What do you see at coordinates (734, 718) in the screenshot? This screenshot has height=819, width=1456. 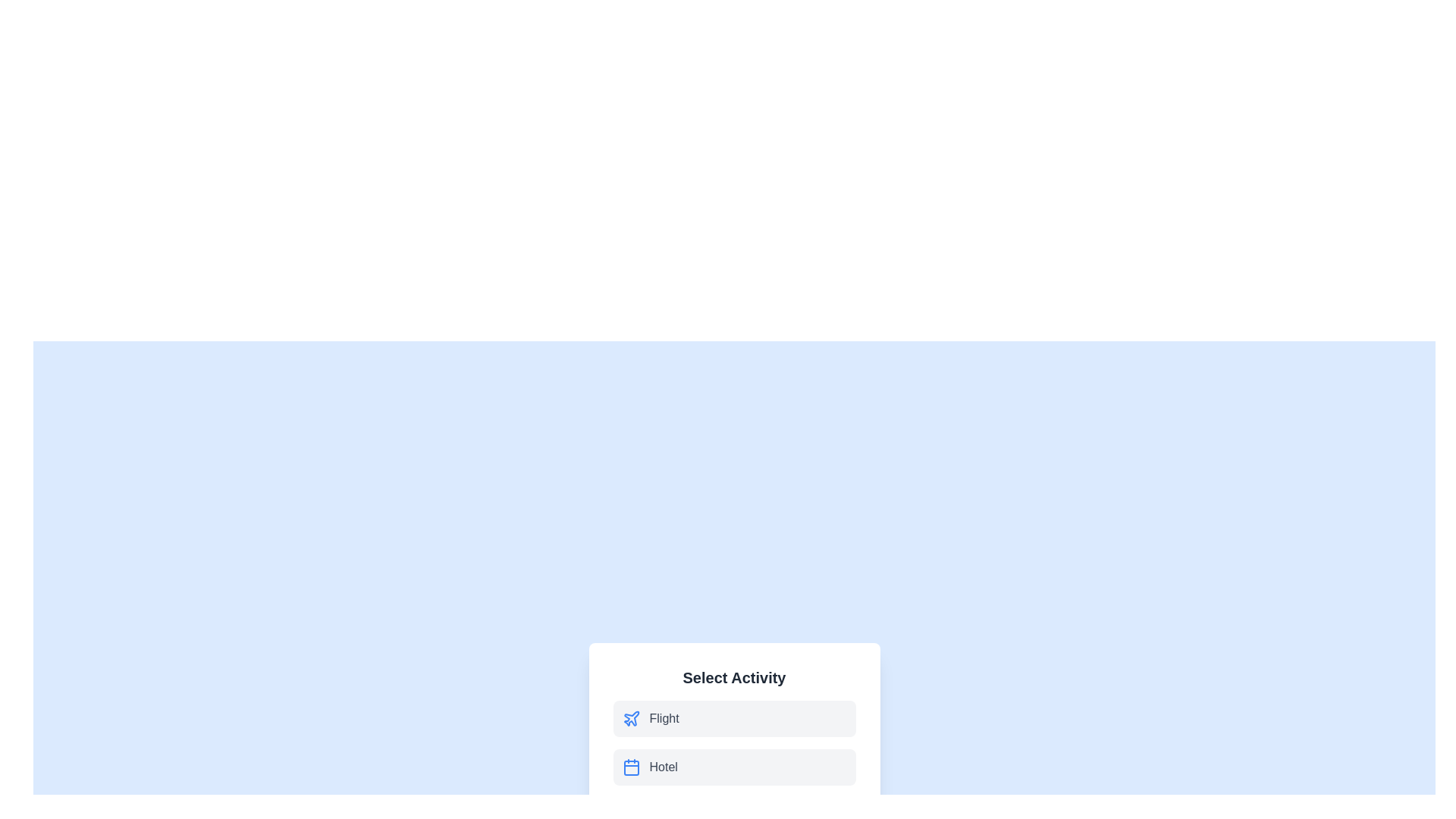 I see `the activity option Flight by clicking on it` at bounding box center [734, 718].